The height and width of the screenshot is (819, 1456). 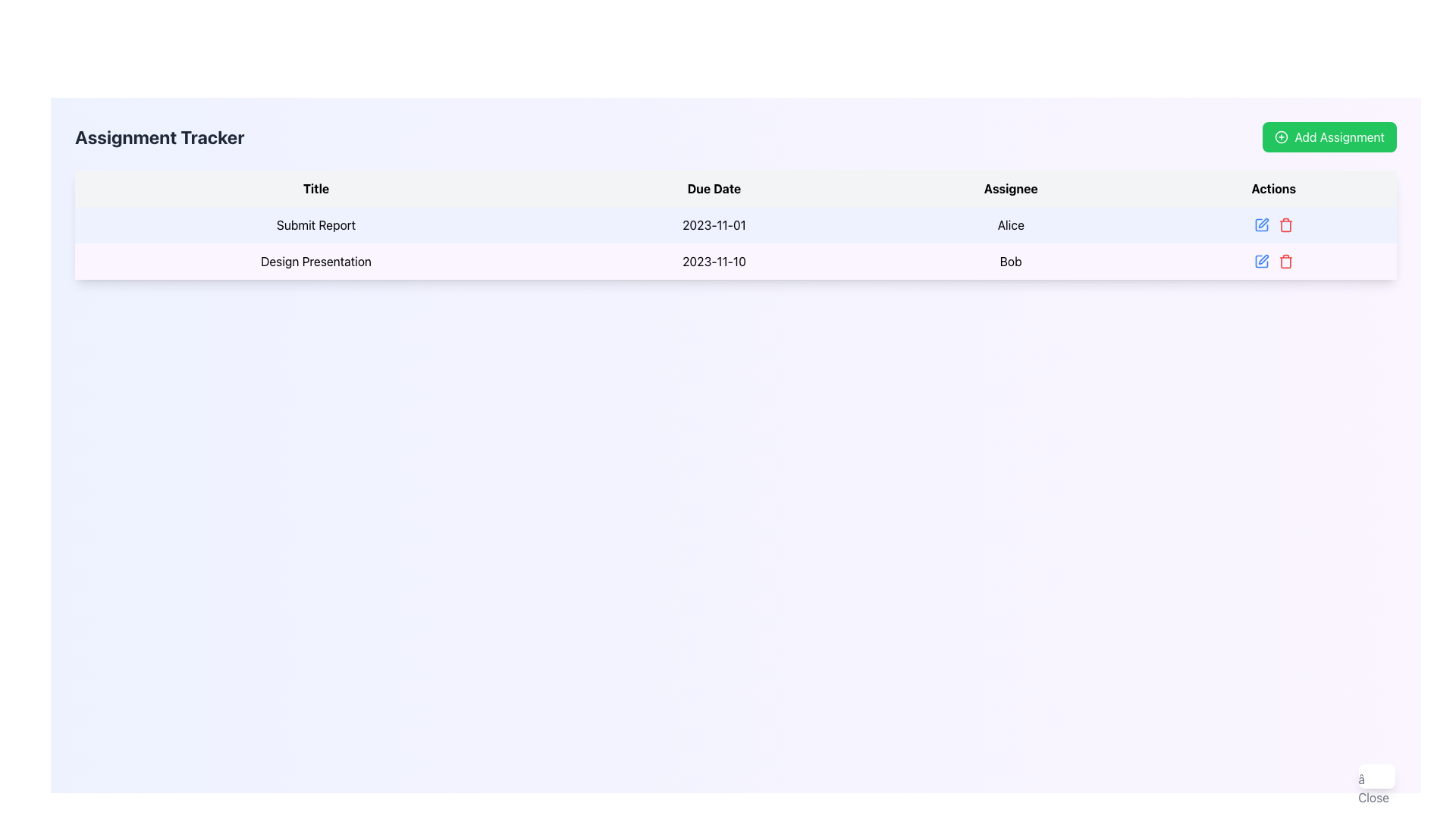 I want to click on text label that identifies the column for individuals assigned to tasks in the table header, located between the 'Due Date' and 'Actions' columns, so click(x=1011, y=188).